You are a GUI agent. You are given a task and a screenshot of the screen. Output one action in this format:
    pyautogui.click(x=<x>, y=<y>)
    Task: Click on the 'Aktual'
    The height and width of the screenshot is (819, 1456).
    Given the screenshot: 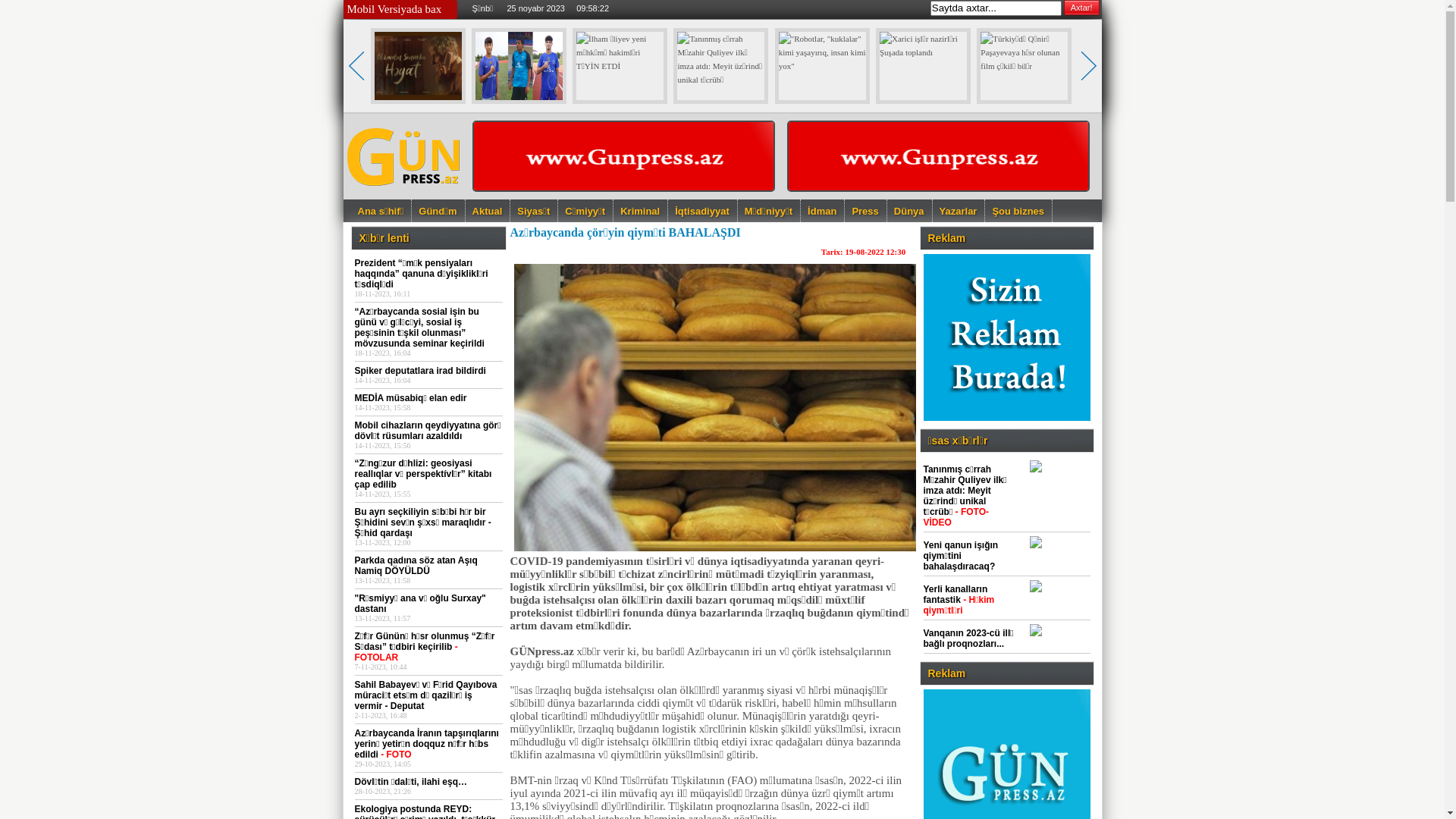 What is the action you would take?
    pyautogui.click(x=488, y=210)
    